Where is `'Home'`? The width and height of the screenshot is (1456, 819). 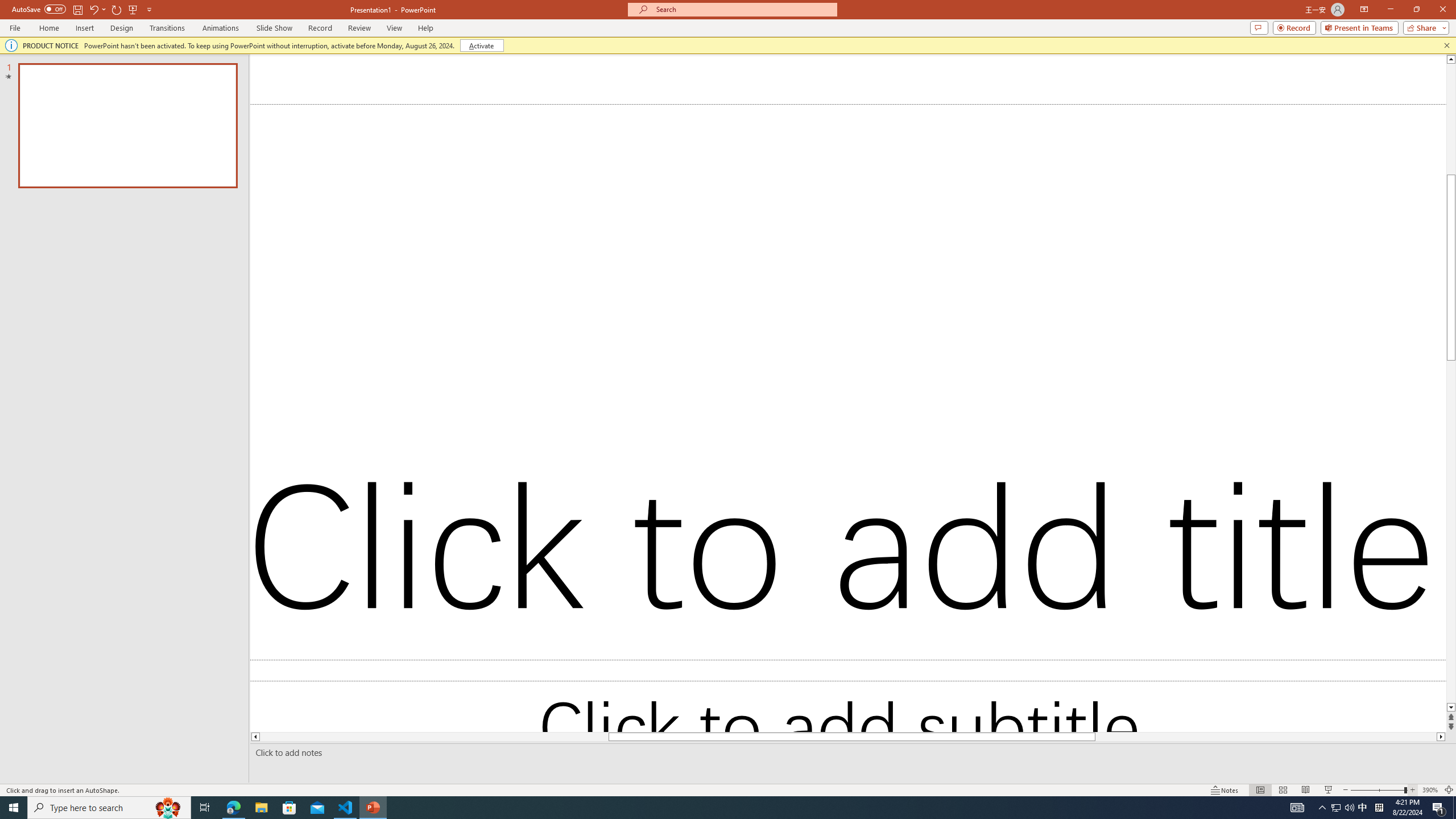 'Home' is located at coordinates (48, 28).